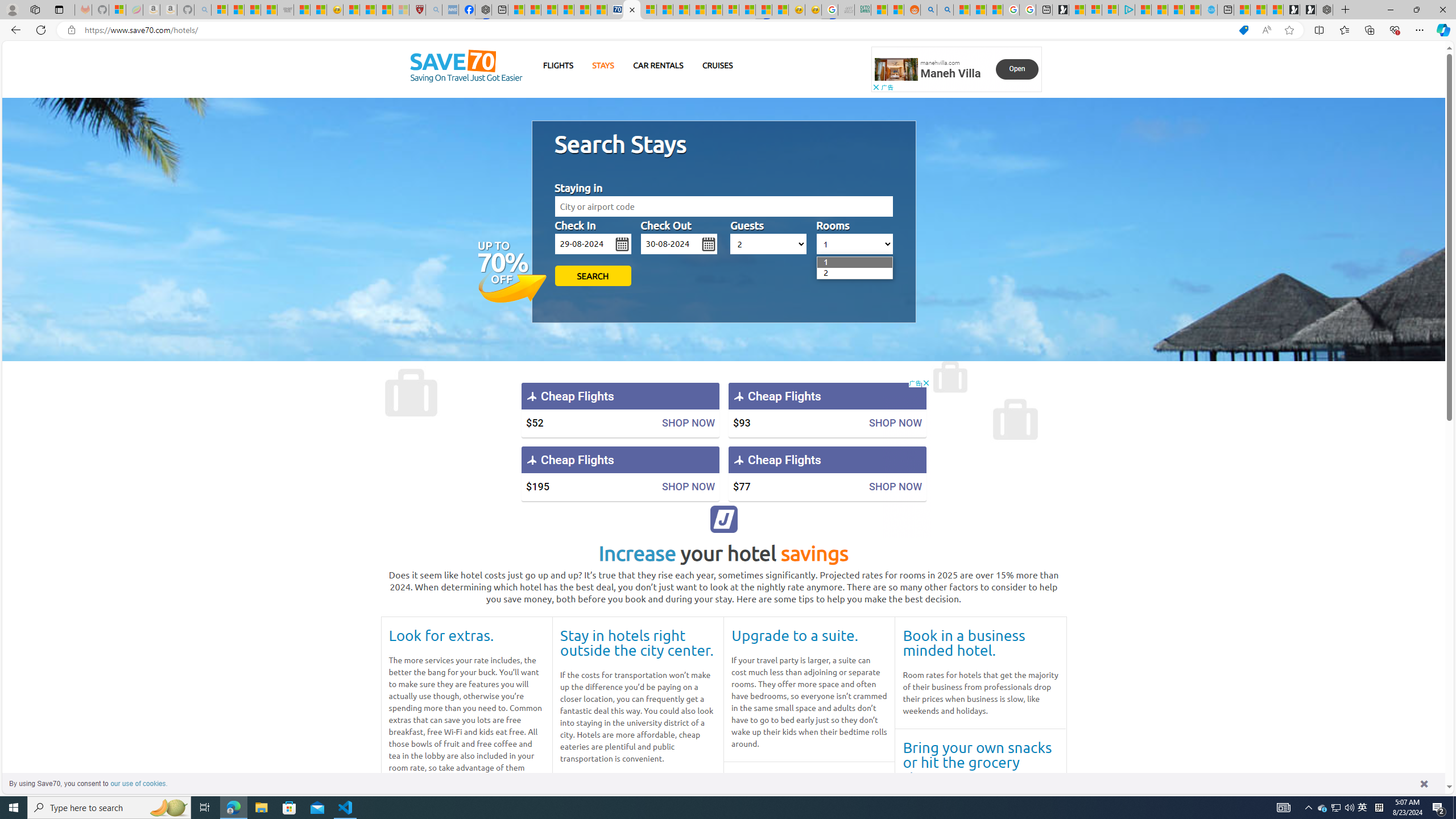 This screenshot has height=819, width=1456. Describe the element at coordinates (603, 65) in the screenshot. I see `'STAYS'` at that location.